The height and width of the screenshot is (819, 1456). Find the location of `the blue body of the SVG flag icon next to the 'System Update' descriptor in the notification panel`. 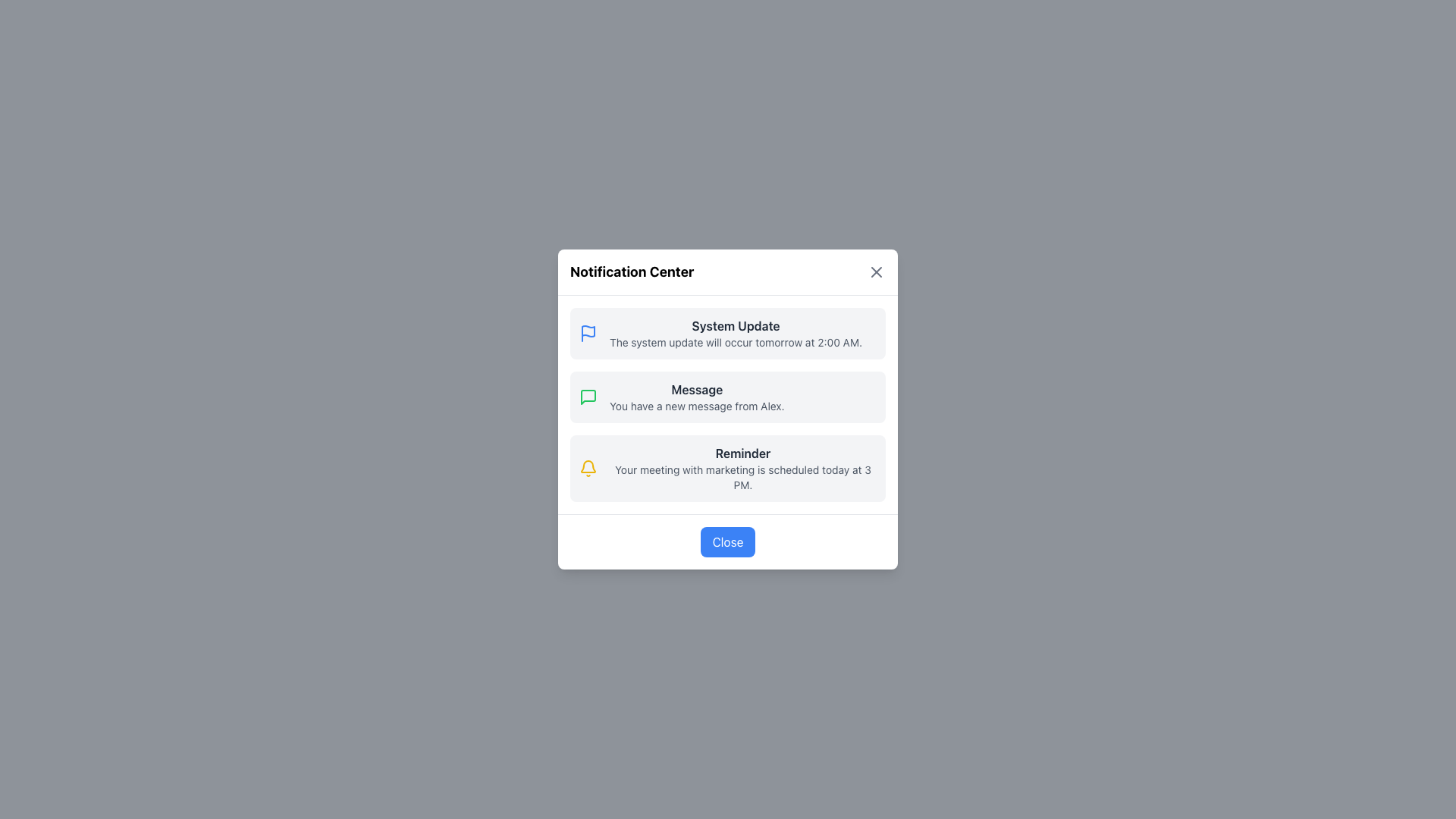

the blue body of the SVG flag icon next to the 'System Update' descriptor in the notification panel is located at coordinates (588, 330).